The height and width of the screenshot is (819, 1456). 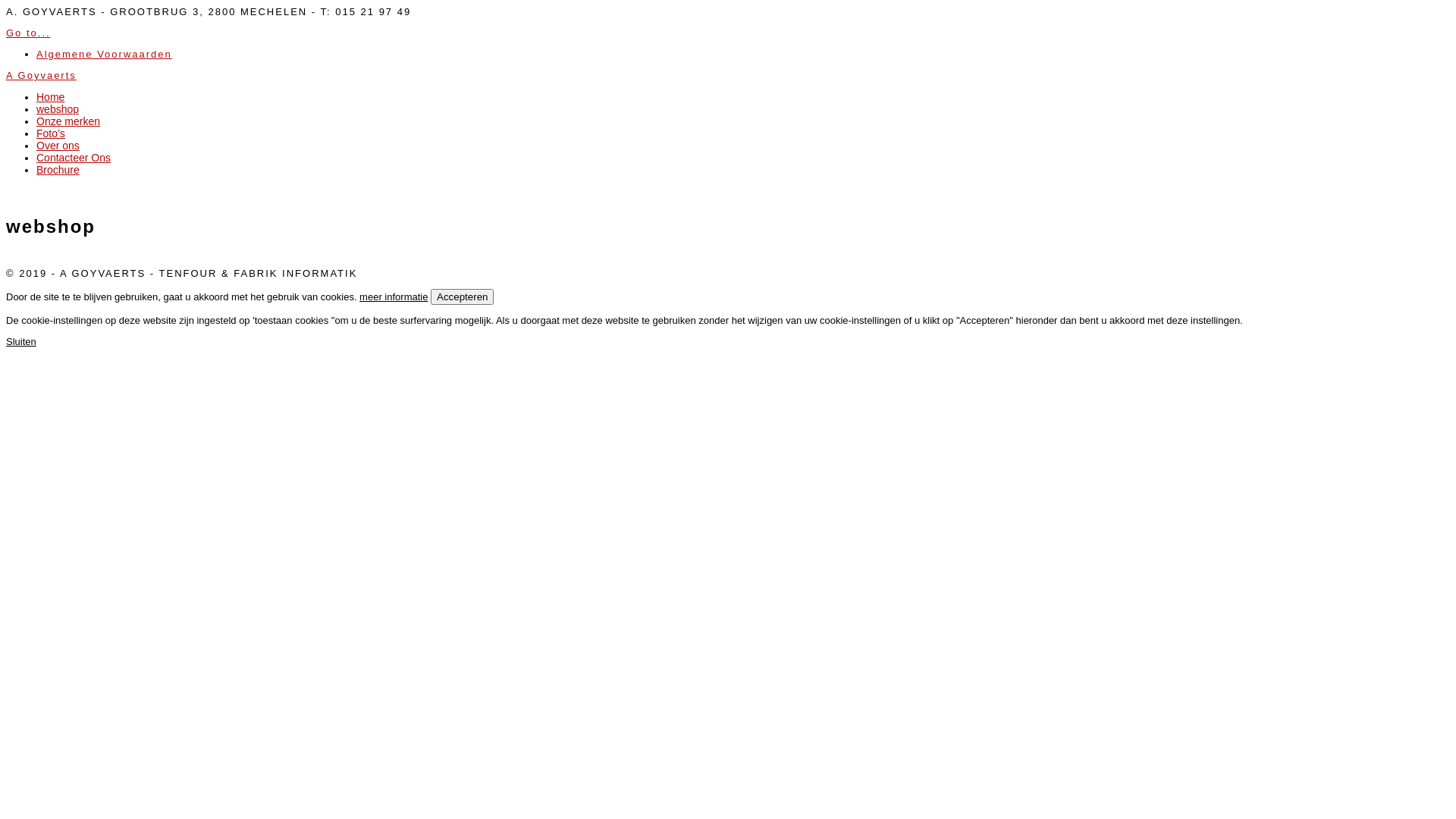 What do you see at coordinates (58, 146) in the screenshot?
I see `'Over ons'` at bounding box center [58, 146].